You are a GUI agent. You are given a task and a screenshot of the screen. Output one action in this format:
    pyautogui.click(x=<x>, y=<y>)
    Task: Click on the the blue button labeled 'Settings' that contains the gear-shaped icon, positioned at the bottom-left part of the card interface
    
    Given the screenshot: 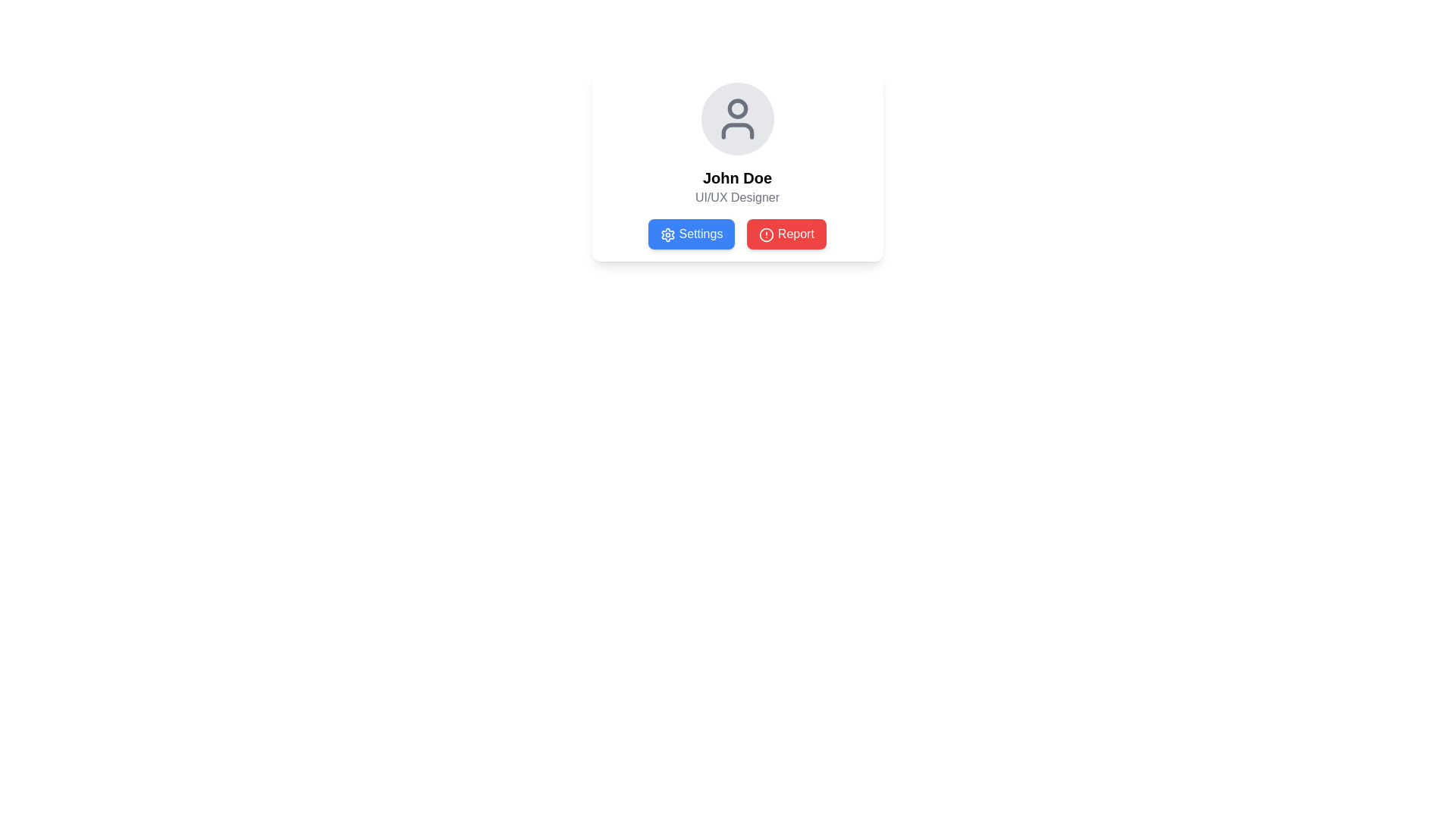 What is the action you would take?
    pyautogui.click(x=667, y=234)
    